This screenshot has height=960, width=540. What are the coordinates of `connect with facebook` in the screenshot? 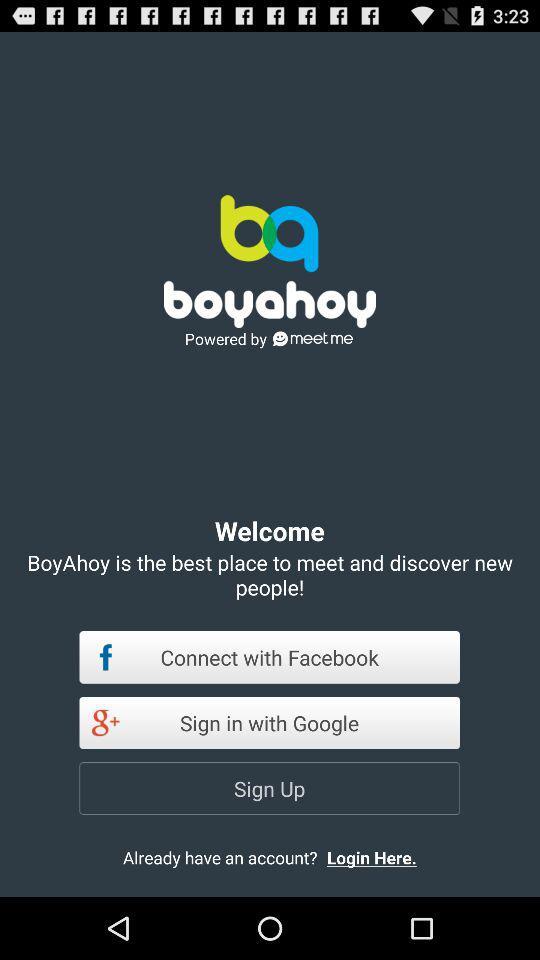 It's located at (269, 656).